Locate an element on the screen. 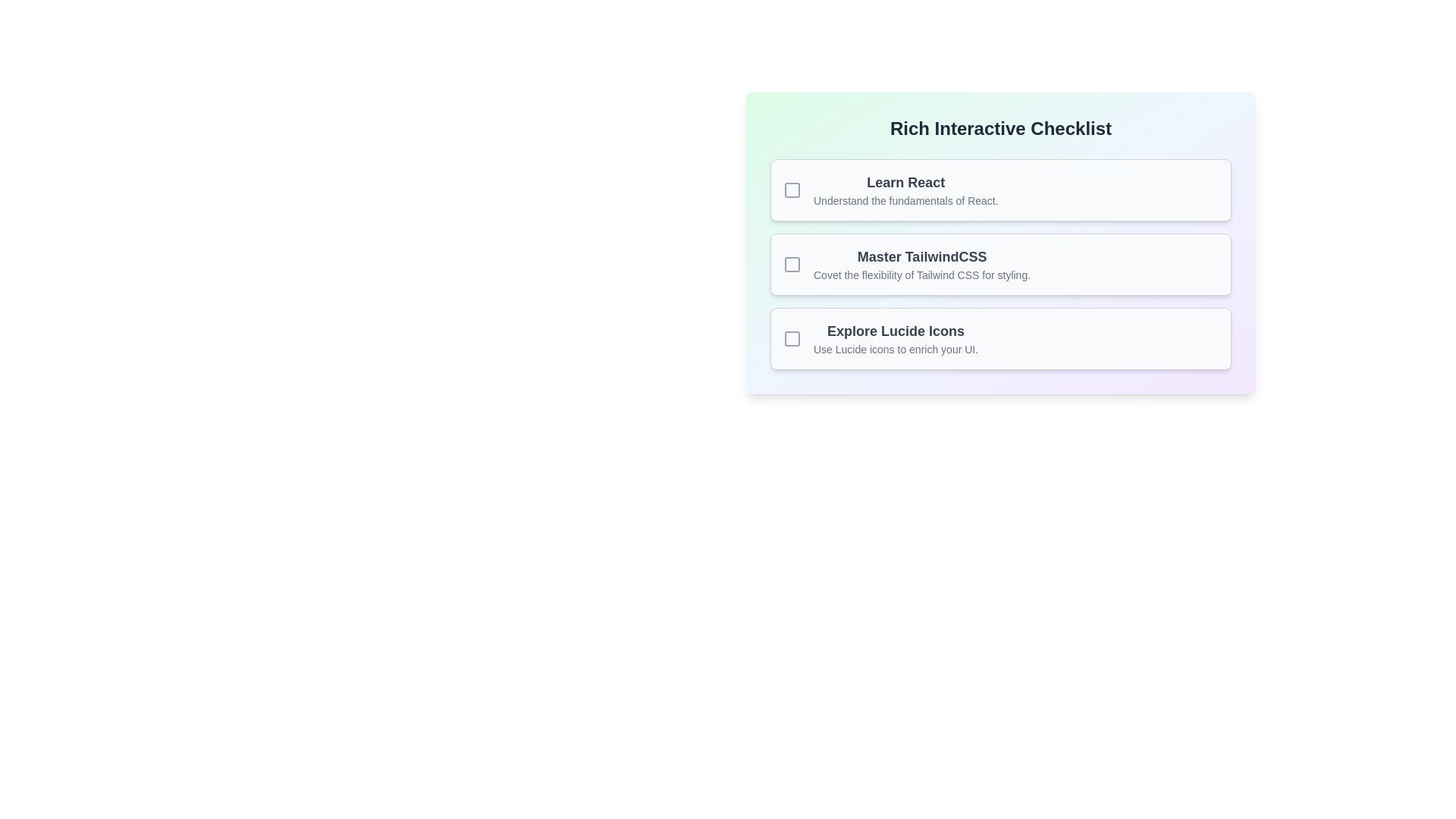  the checkbox indicator for the 'Learn React' task is located at coordinates (792, 189).